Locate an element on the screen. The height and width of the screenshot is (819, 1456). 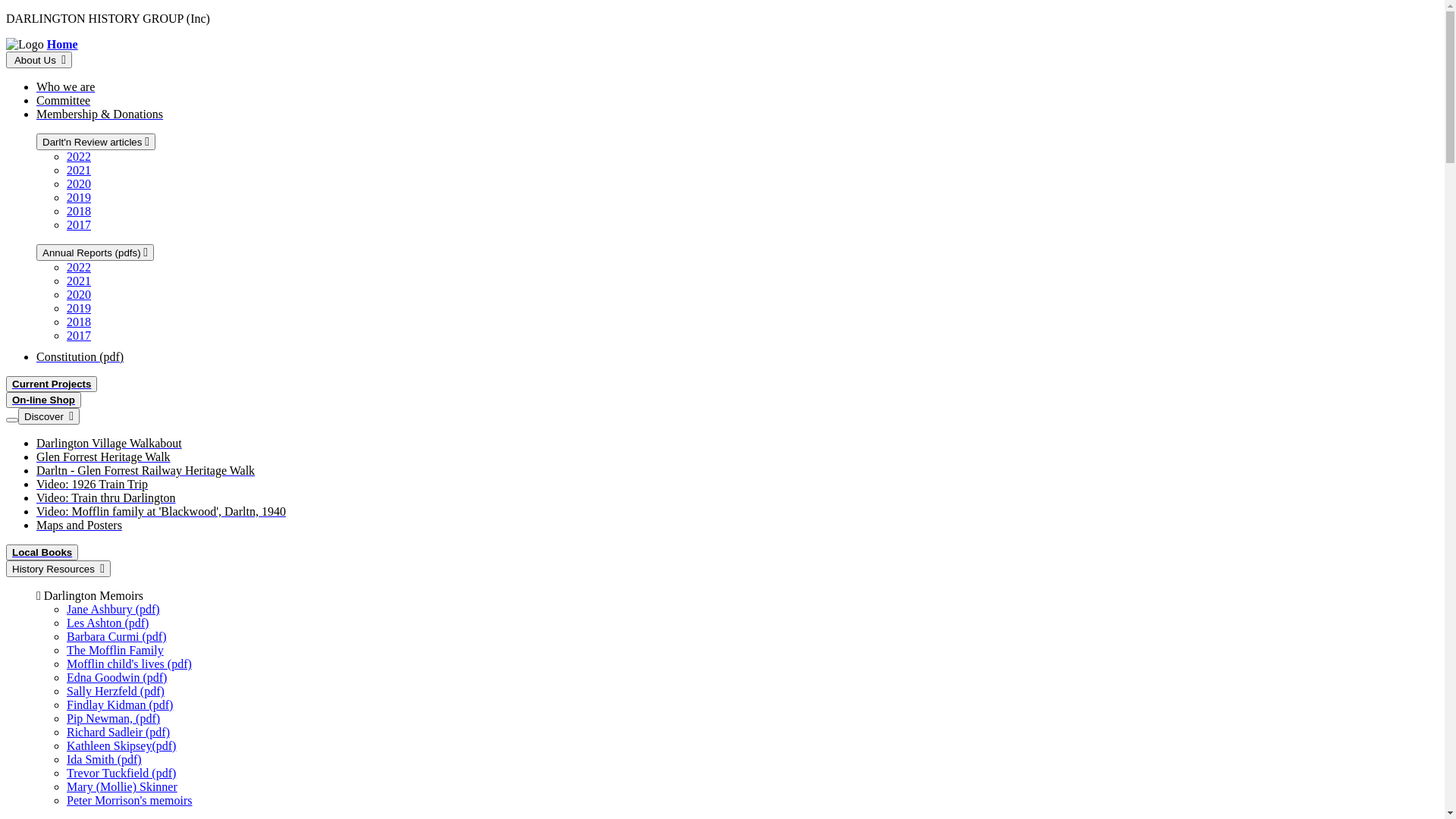
'Barbara Curmi (pdf)' is located at coordinates (115, 636).